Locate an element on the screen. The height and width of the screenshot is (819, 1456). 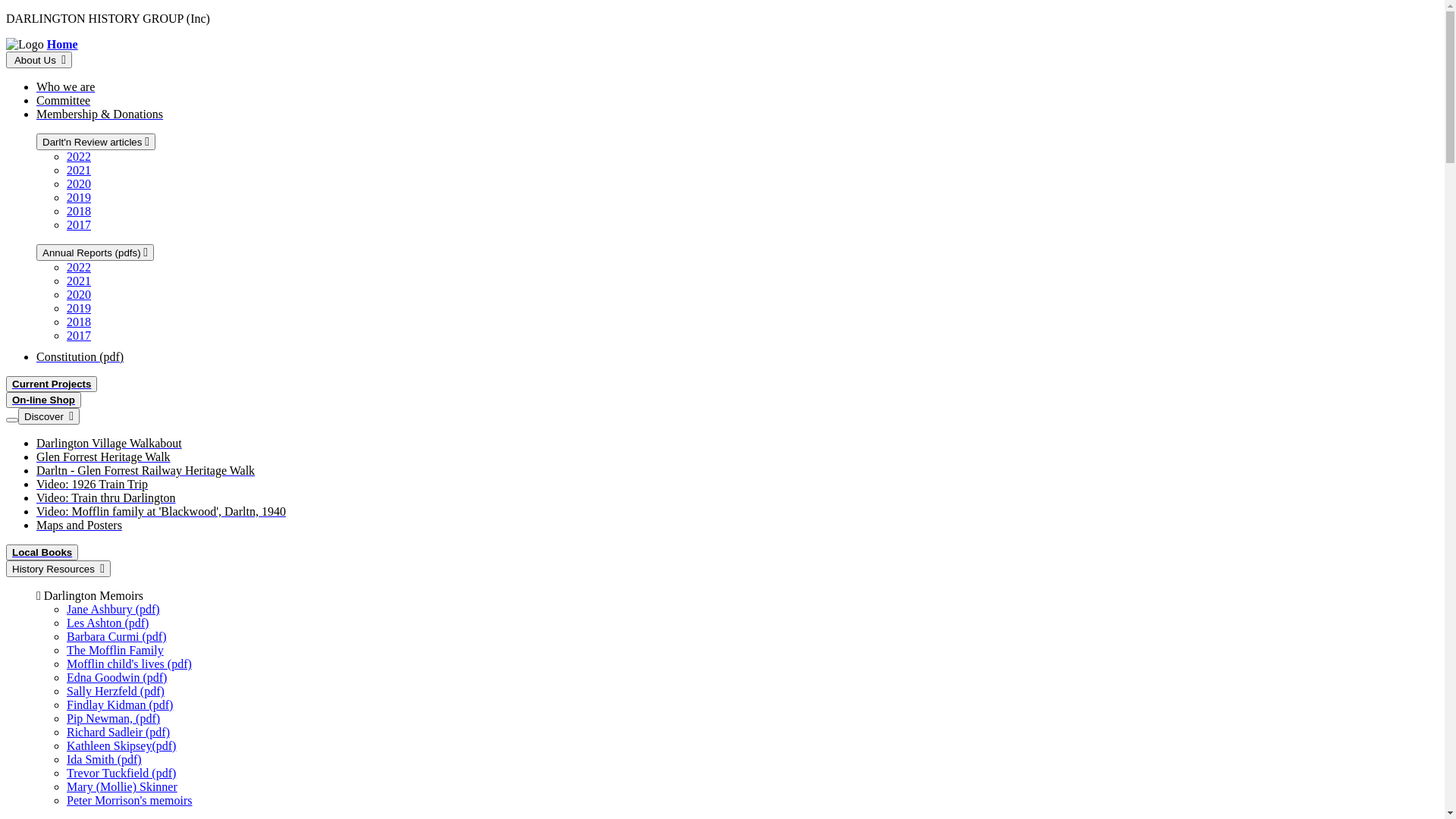
'Barbara Curmi (pdf)' is located at coordinates (115, 636).